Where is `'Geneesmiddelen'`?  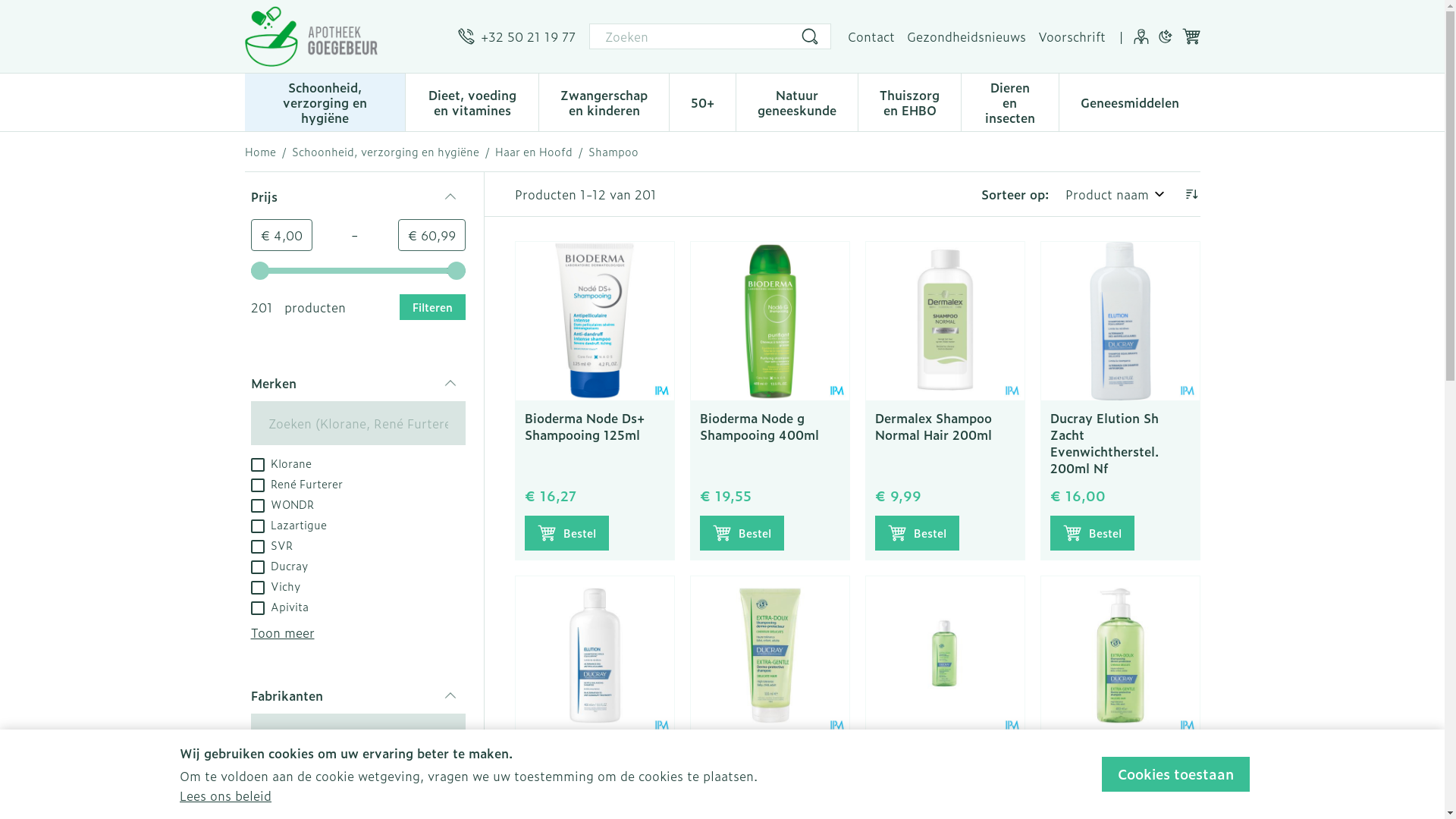
'Geneesmiddelen' is located at coordinates (1128, 100).